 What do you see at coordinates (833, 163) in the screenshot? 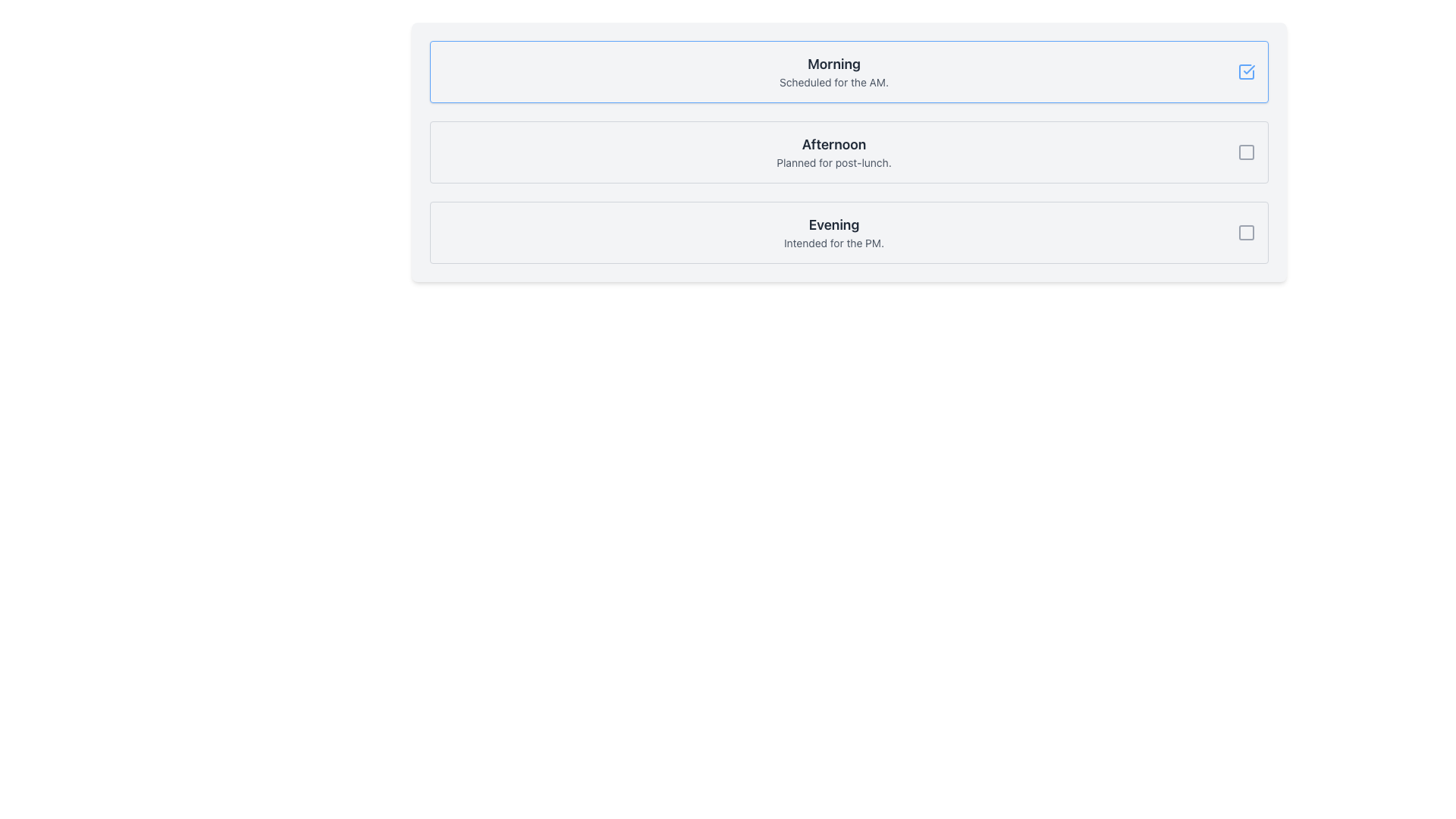
I see `the static text element that provides additional context for the 'Afternoon' section, located directly below the 'Afternoon' title in the structured list` at bounding box center [833, 163].